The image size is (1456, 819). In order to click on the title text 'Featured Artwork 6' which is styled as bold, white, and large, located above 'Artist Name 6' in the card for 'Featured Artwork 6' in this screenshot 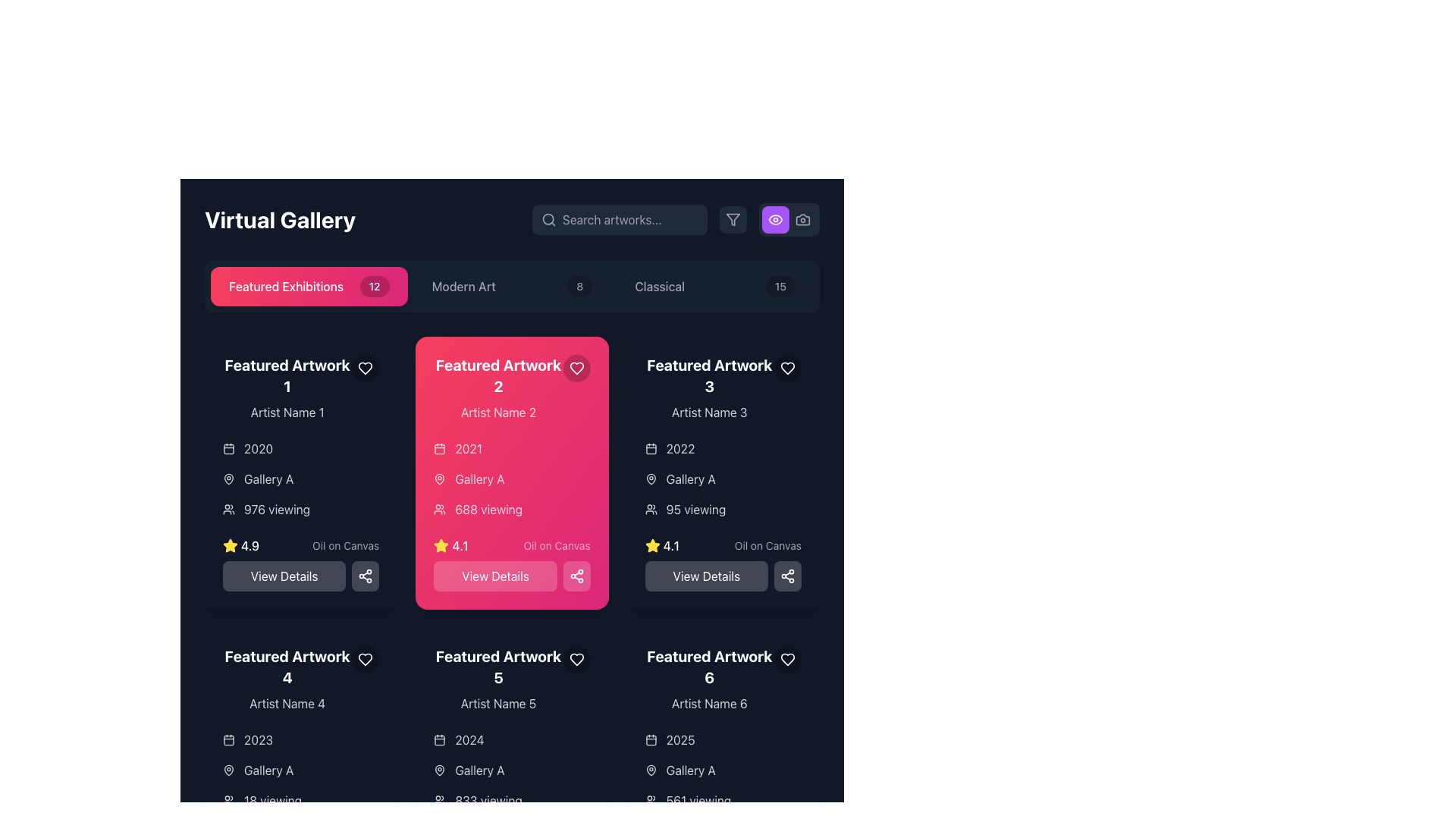, I will do `click(708, 666)`.